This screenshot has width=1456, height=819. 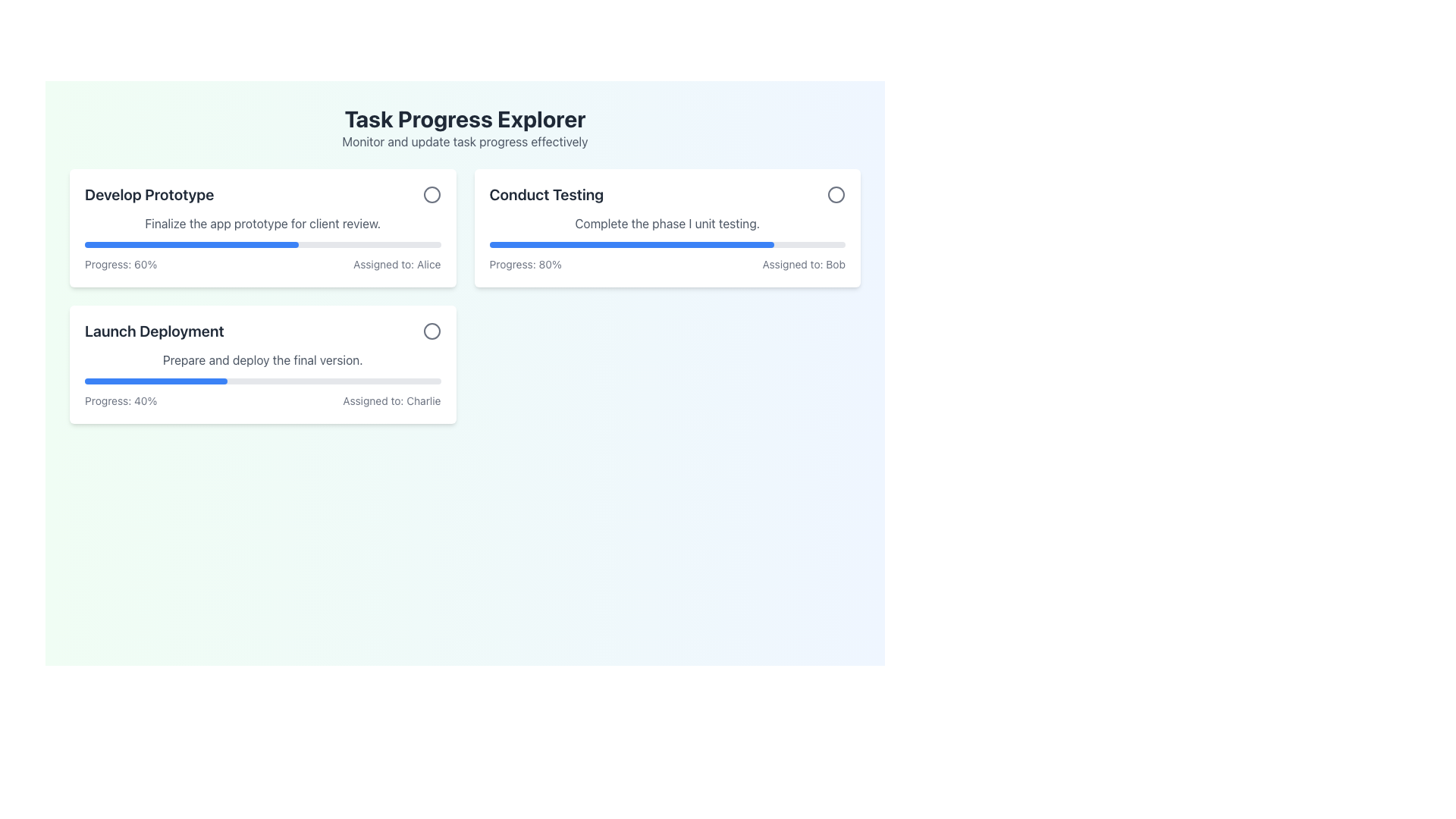 I want to click on the filled portion of the blue progress bar within the gray bar in the task progress section of the card titled 'Conduct Testing.', so click(x=632, y=244).